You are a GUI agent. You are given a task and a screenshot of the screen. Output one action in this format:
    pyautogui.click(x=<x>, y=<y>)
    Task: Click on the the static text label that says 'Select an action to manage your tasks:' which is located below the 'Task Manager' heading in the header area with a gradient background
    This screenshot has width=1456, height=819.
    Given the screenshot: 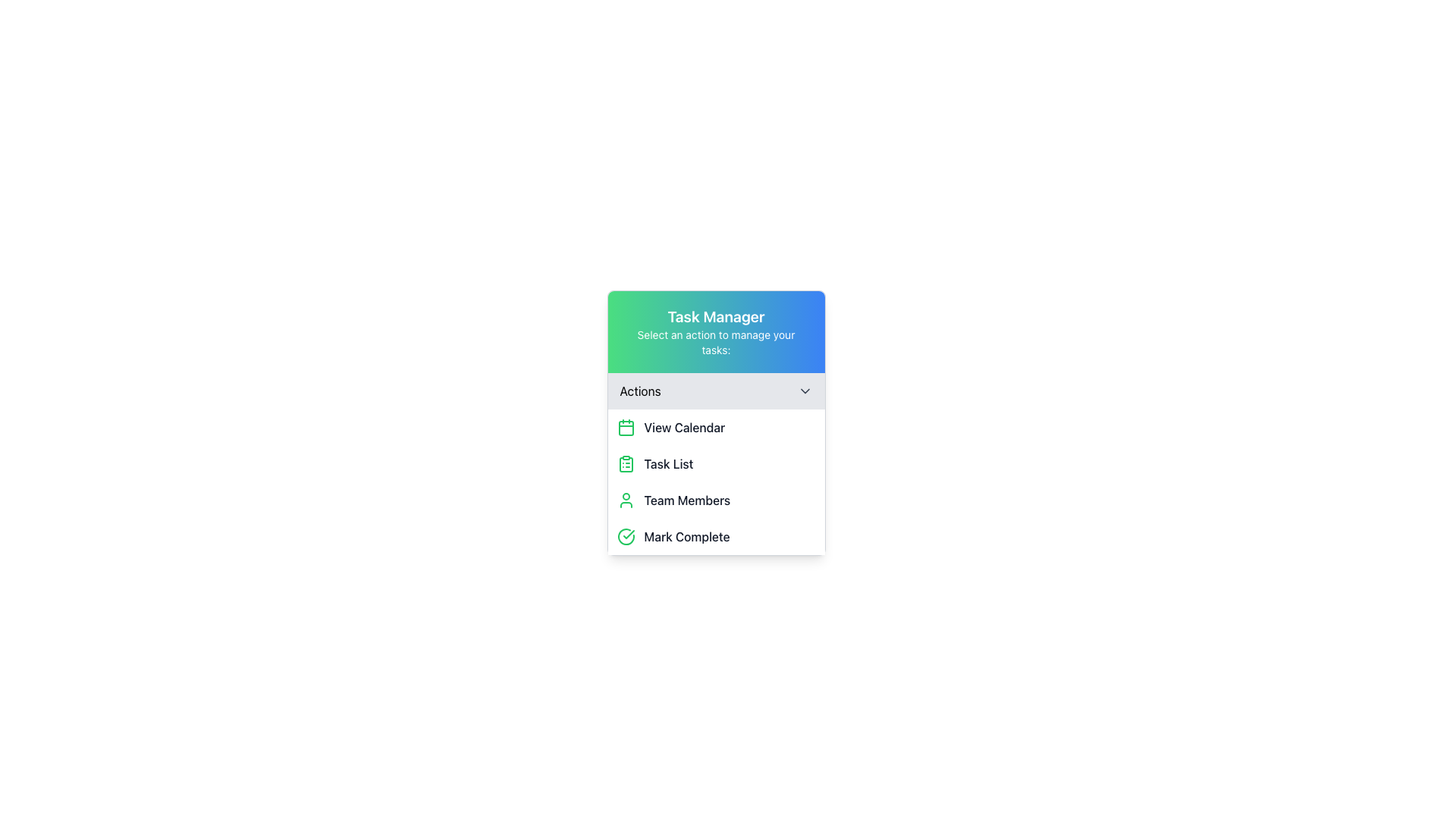 What is the action you would take?
    pyautogui.click(x=715, y=342)
    